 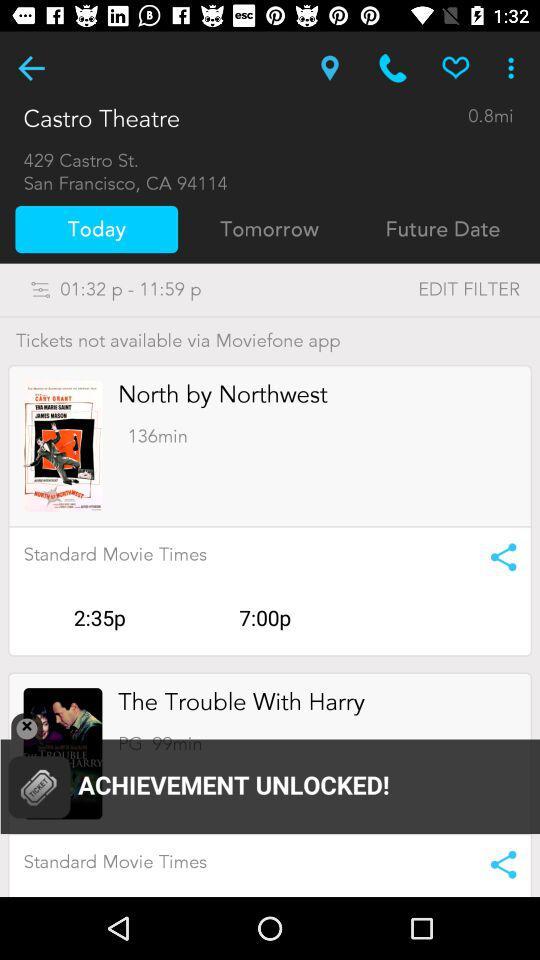 I want to click on advertisement image, so click(x=63, y=446).